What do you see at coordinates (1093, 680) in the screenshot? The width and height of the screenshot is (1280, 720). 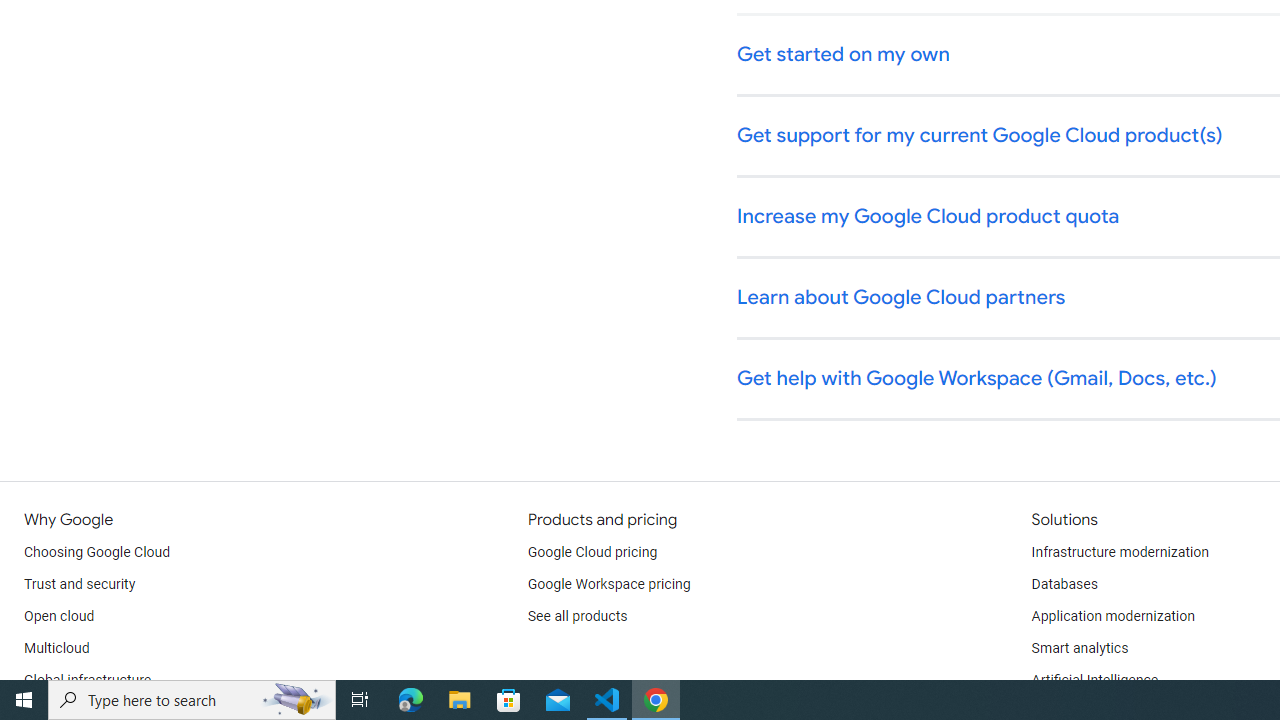 I see `'Artificial Intelligence'` at bounding box center [1093, 680].